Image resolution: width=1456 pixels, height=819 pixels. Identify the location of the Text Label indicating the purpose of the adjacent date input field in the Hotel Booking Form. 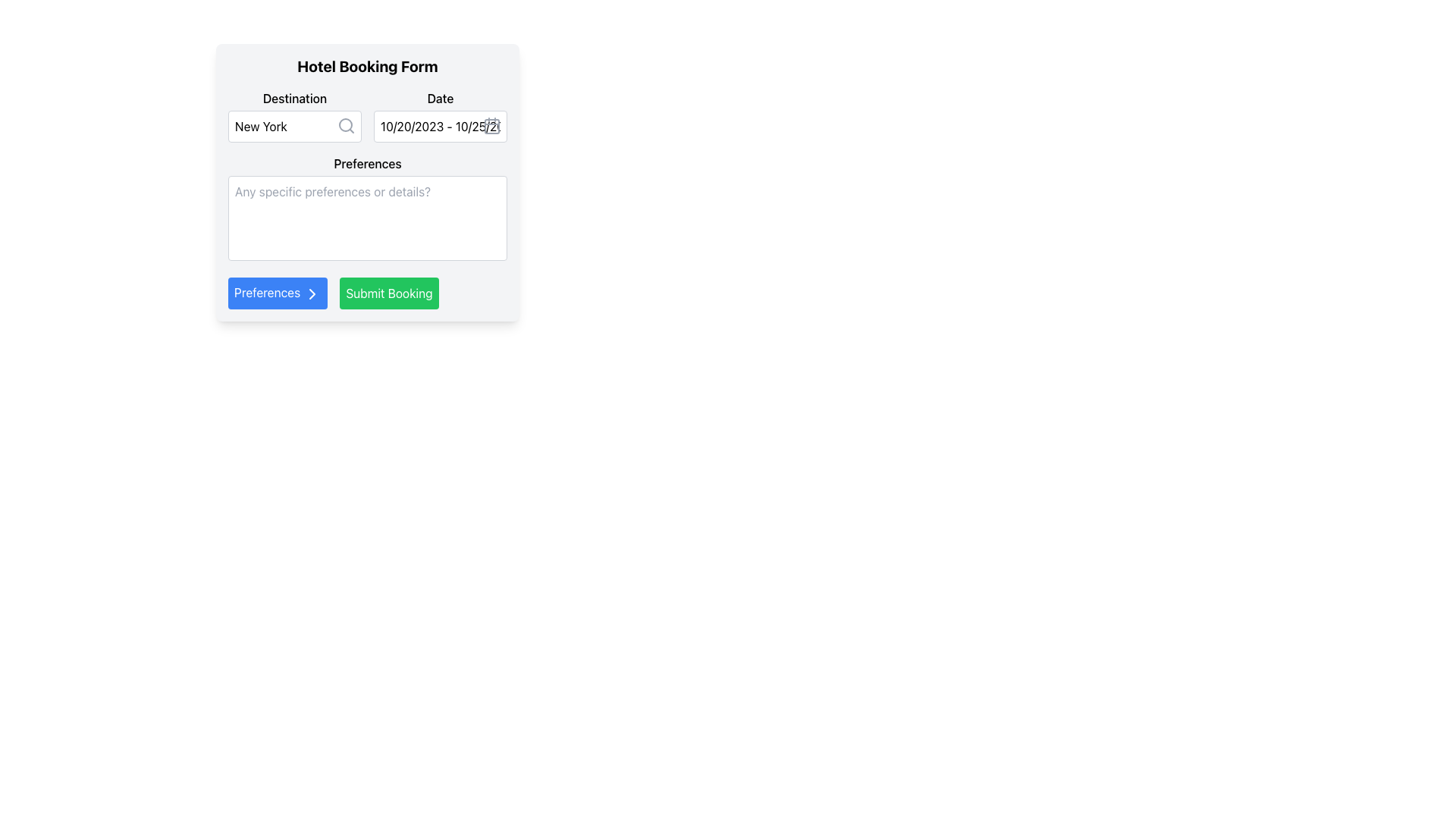
(439, 99).